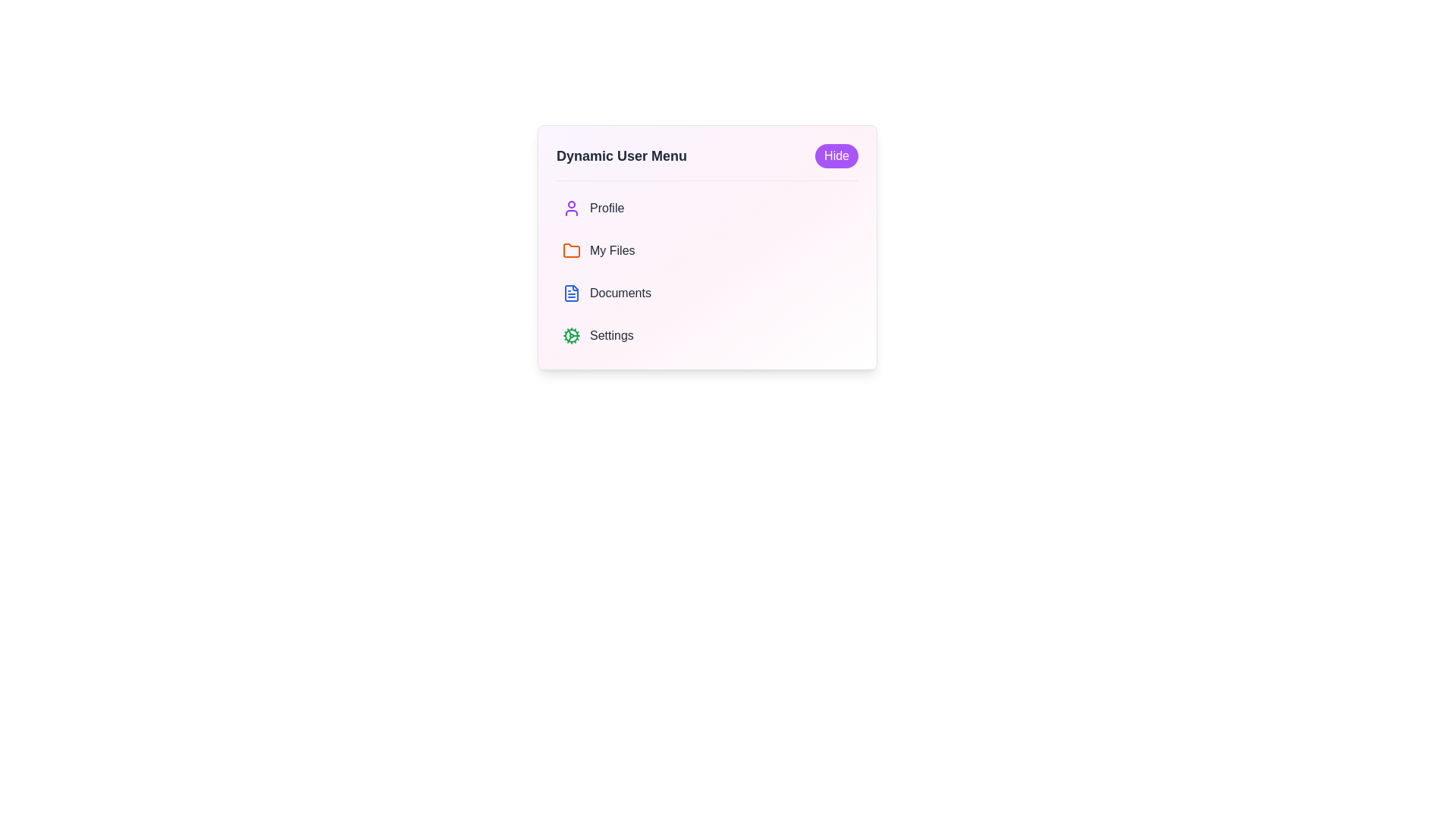 This screenshot has height=819, width=1456. I want to click on the folder icon, which is small, orange, and located next to the text 'My Files' in the second row of the menu list, so click(570, 250).